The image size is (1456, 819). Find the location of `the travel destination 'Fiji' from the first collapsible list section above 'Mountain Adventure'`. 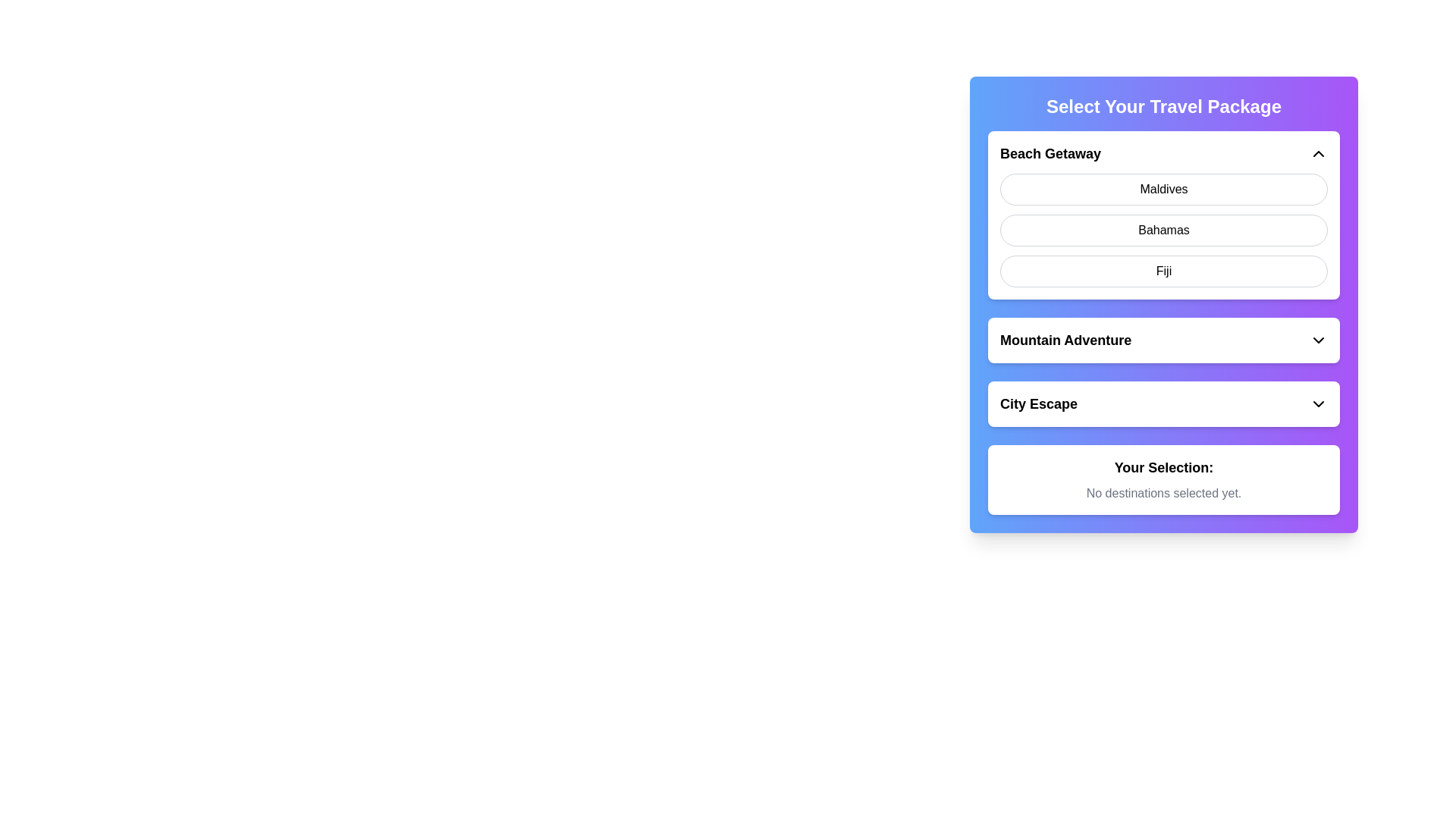

the travel destination 'Fiji' from the first collapsible list section above 'Mountain Adventure' is located at coordinates (1163, 278).